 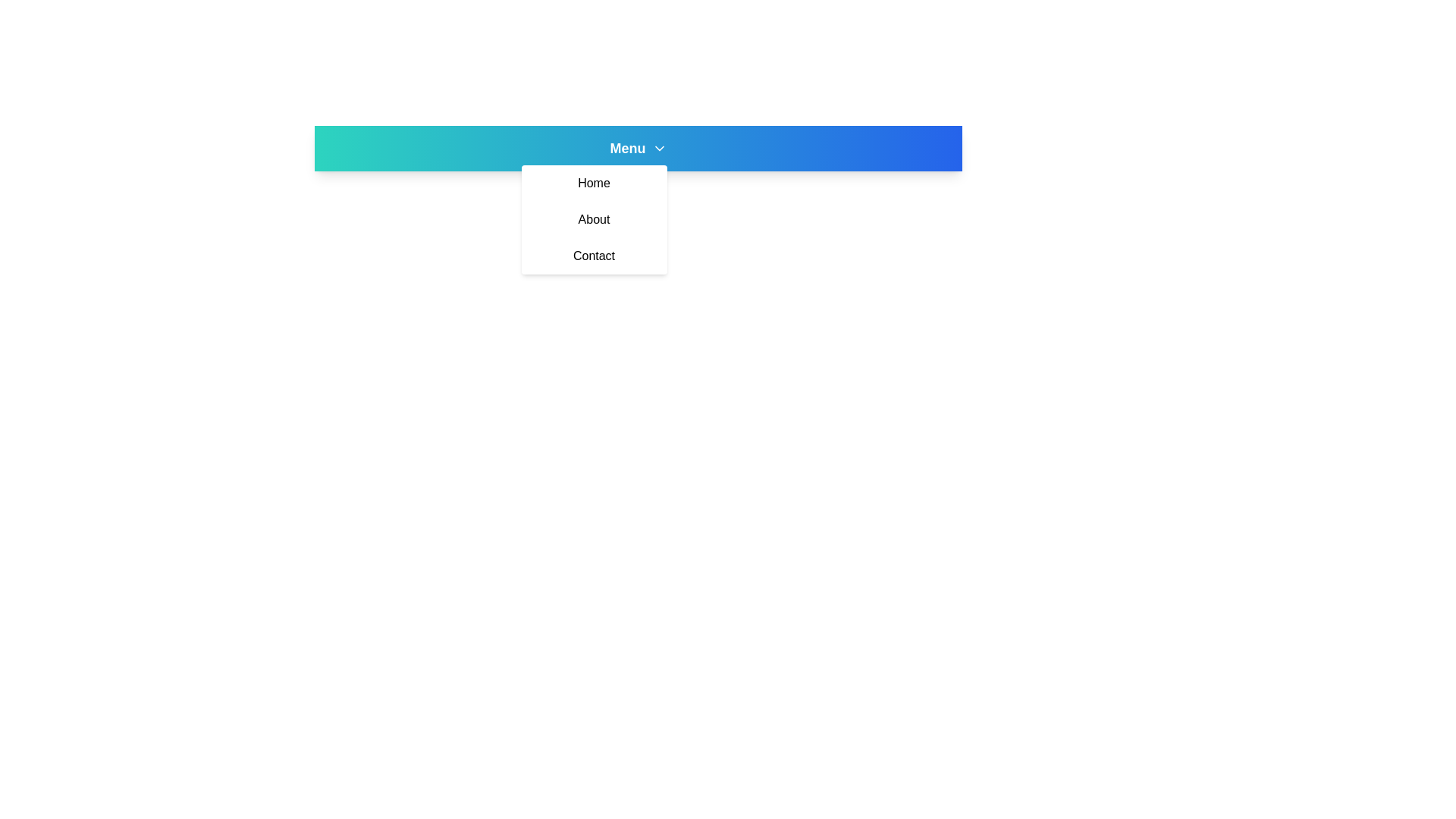 I want to click on the menu item Contact, so click(x=593, y=256).